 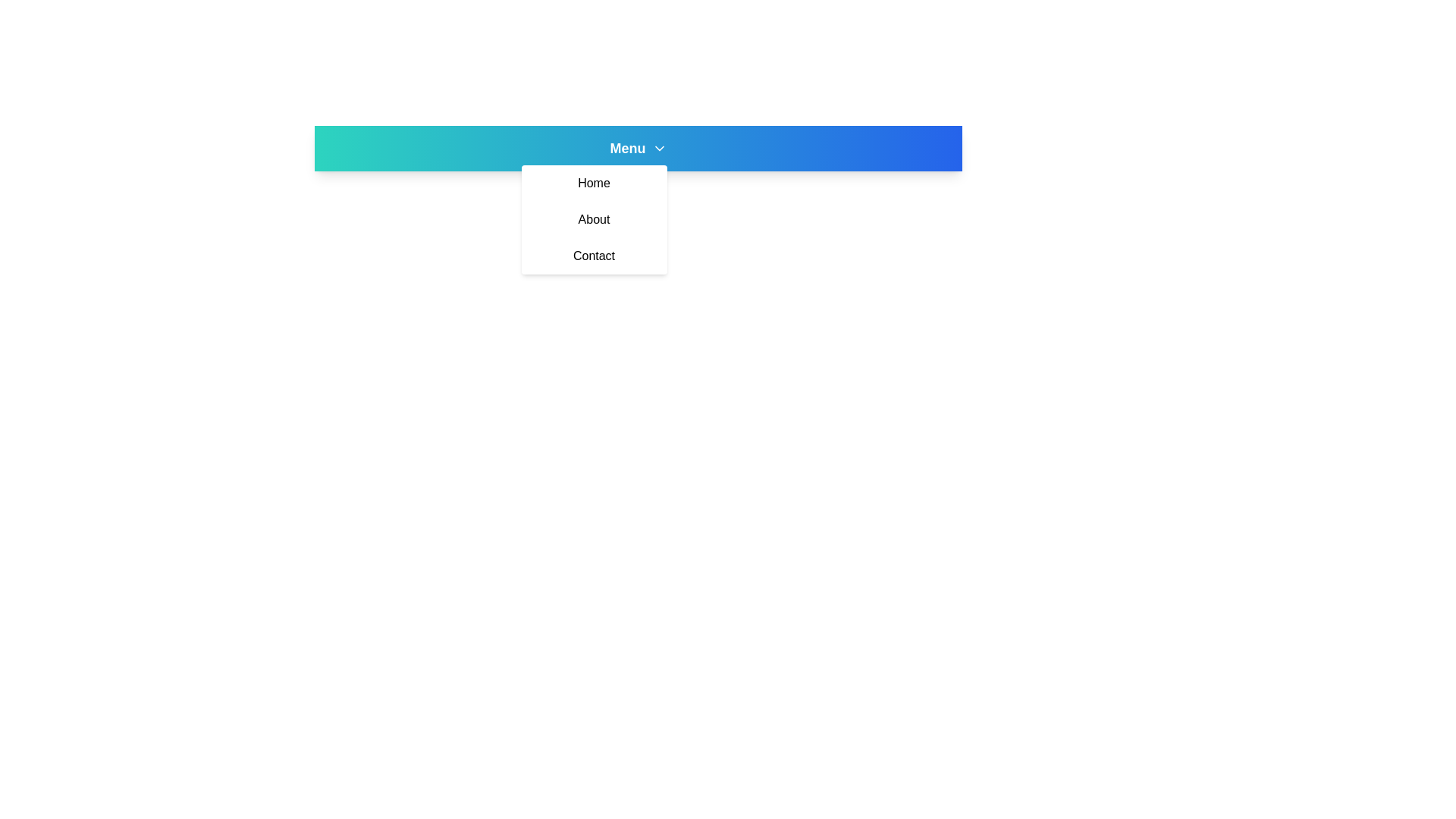 I want to click on the menu item Contact, so click(x=593, y=256).